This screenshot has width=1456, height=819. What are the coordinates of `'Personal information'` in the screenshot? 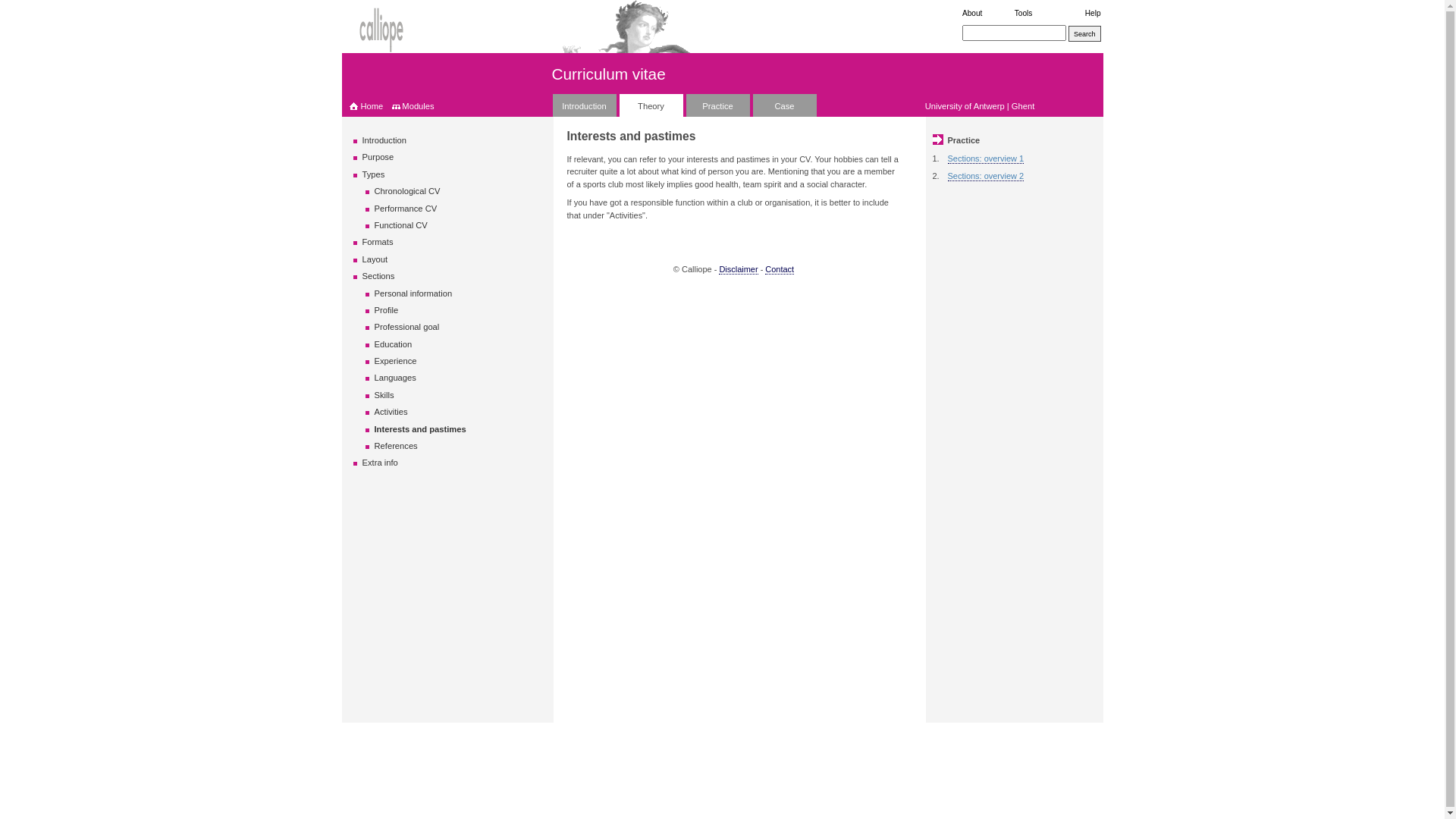 It's located at (375, 293).